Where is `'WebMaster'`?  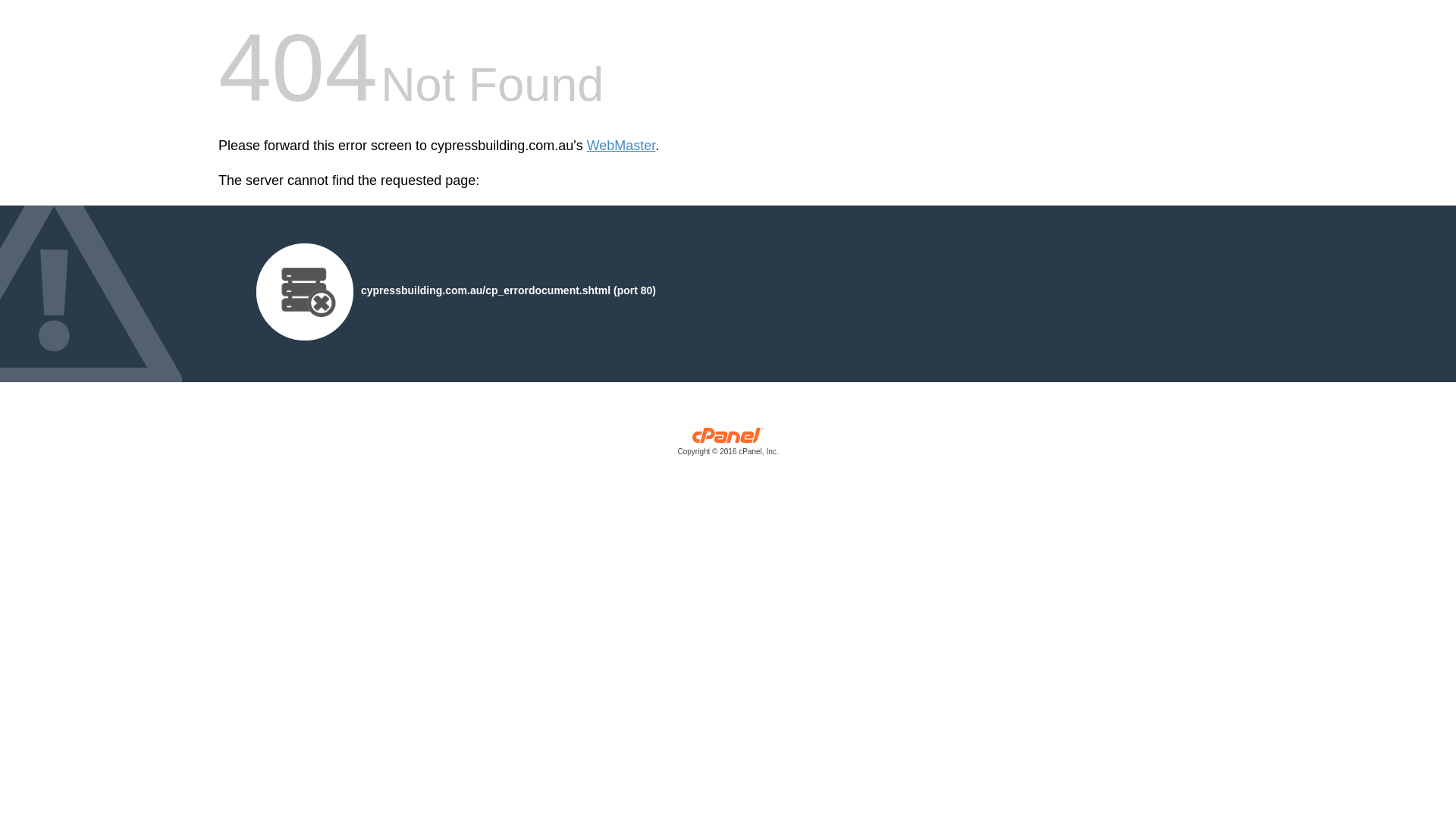 'WebMaster' is located at coordinates (585, 146).